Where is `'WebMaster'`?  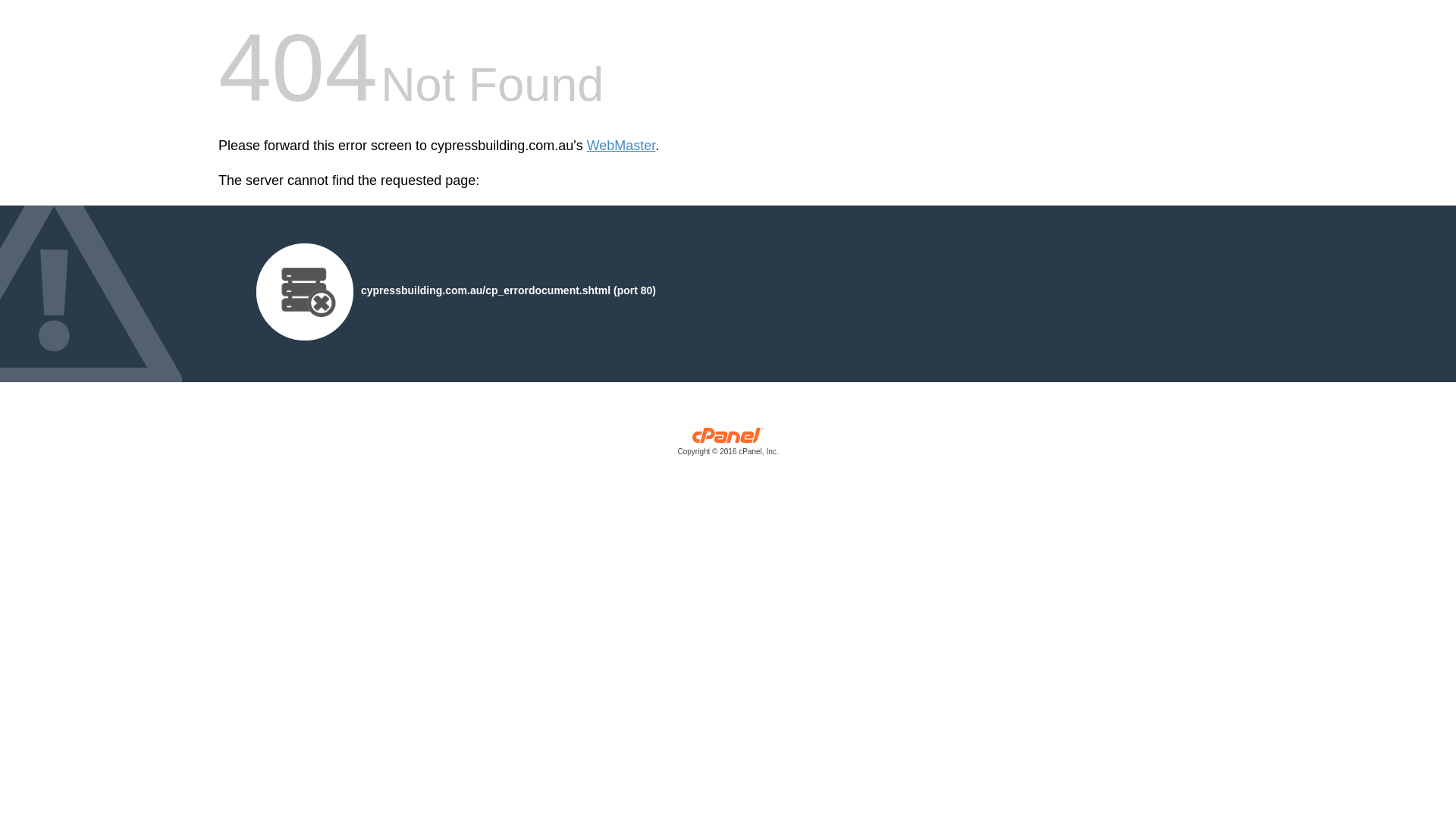 'WebMaster' is located at coordinates (585, 146).